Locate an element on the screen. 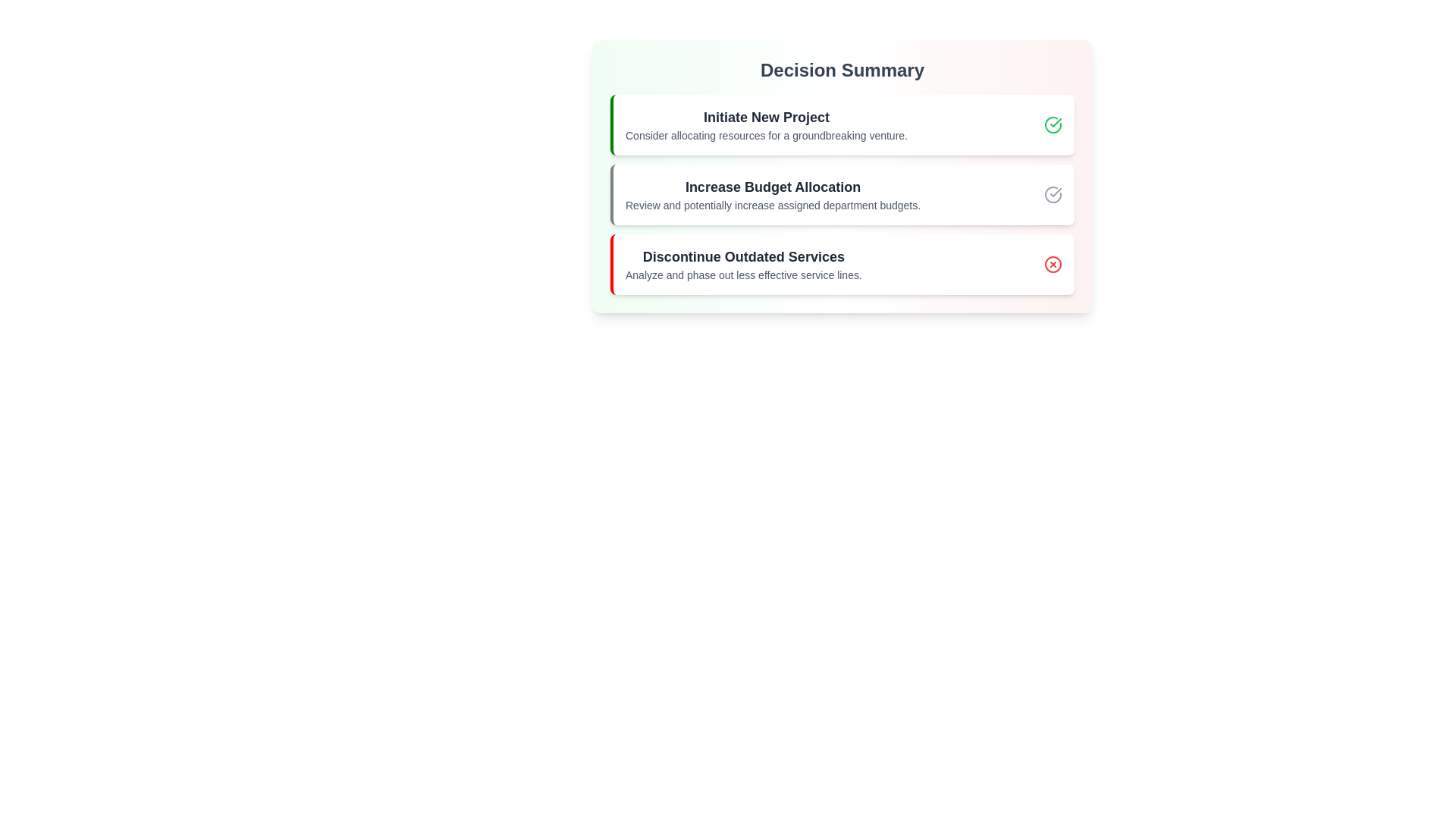  the status indicator for Increase Budget Allocation is located at coordinates (1052, 194).